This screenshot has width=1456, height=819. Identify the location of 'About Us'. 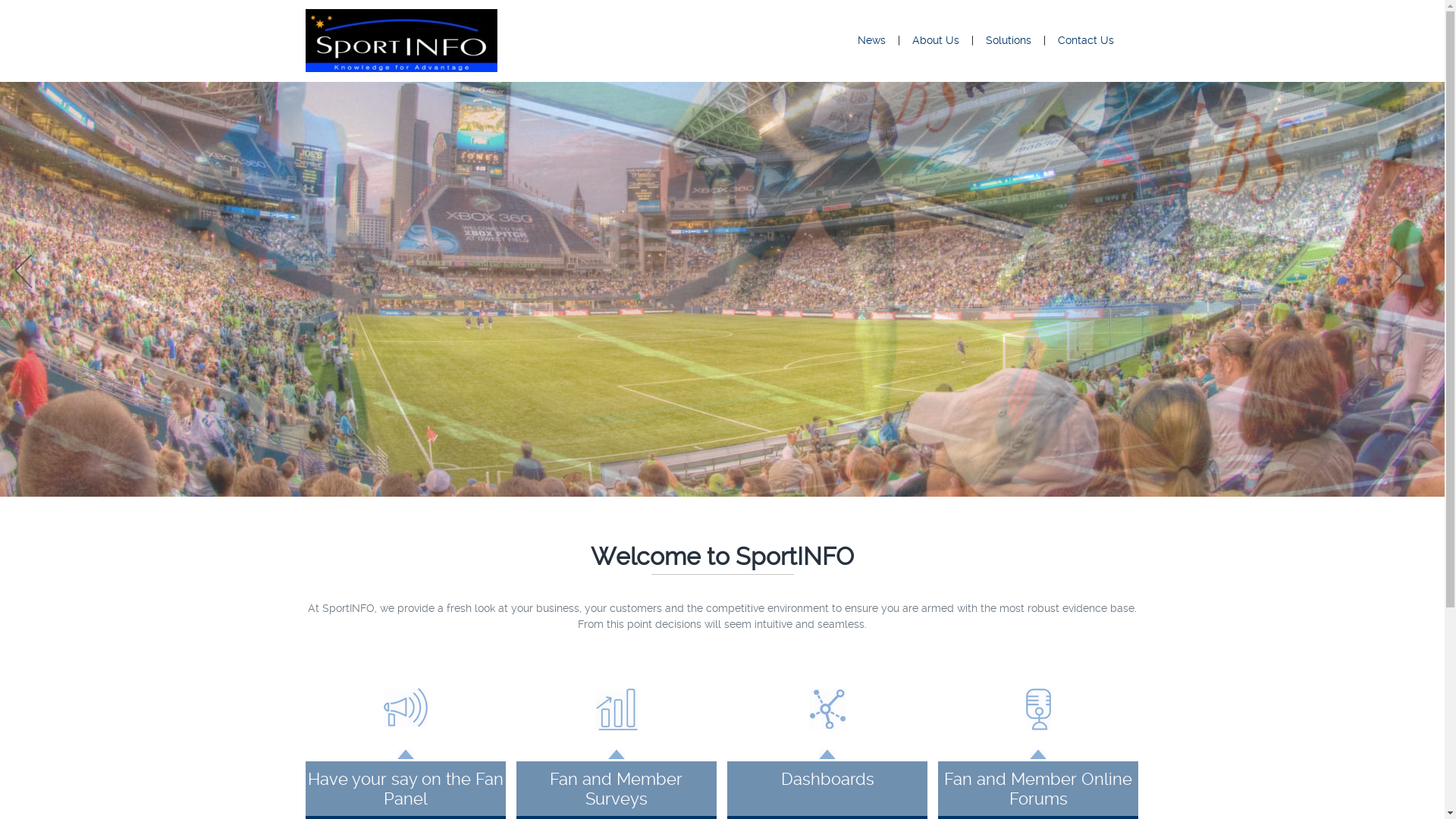
(934, 39).